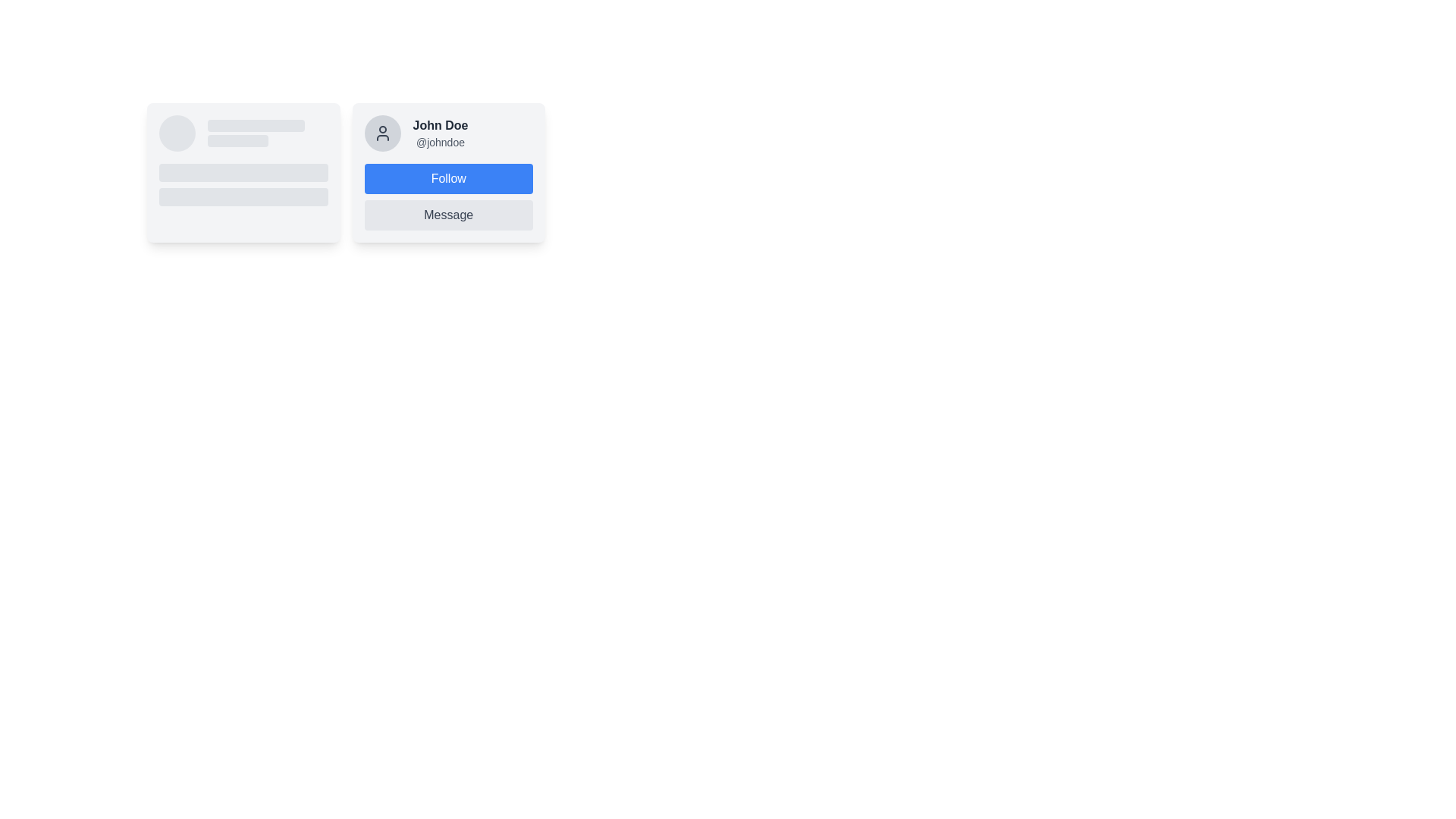 The width and height of the screenshot is (1456, 819). What do you see at coordinates (439, 143) in the screenshot?
I see `the username label located in the profile card, which is positioned directly below the primary label 'John Doe.'` at bounding box center [439, 143].